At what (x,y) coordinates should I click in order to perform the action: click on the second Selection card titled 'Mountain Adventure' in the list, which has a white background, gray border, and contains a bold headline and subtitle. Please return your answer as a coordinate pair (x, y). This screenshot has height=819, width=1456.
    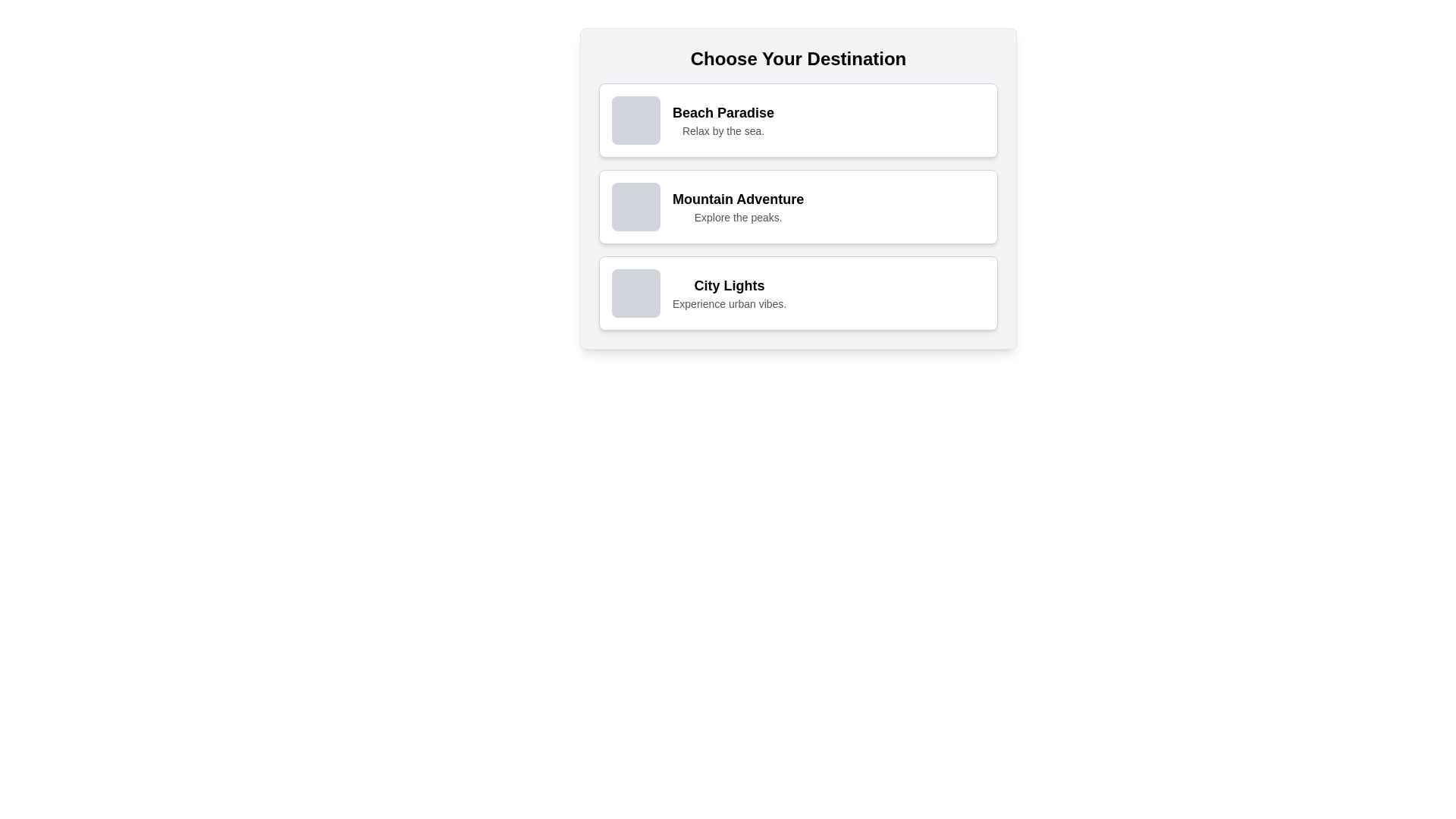
    Looking at the image, I should click on (797, 207).